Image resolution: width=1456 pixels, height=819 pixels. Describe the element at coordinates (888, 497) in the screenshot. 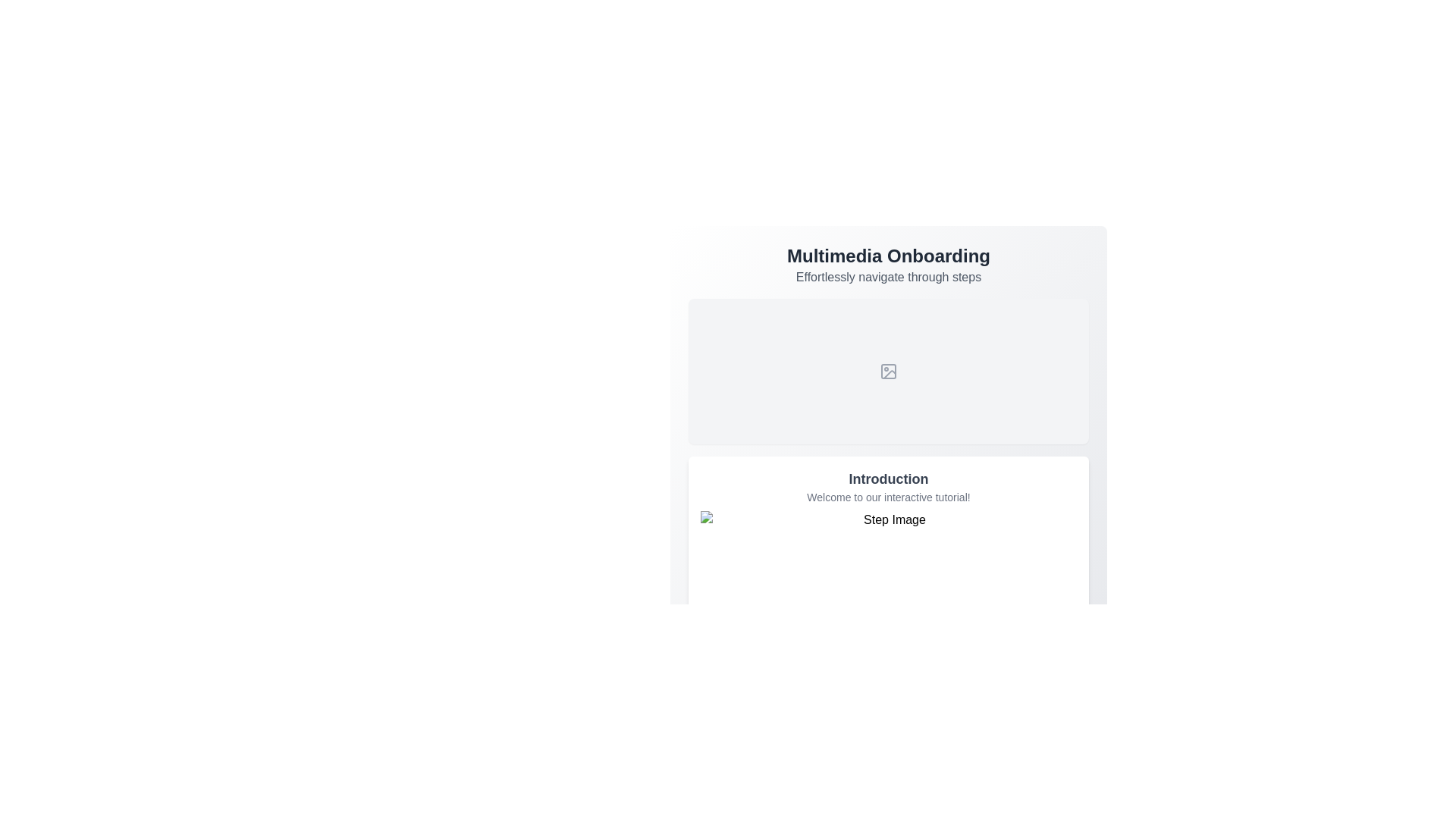

I see `introductory text content located below the 'Introduction' heading and above the 'Step Image', which provides a welcoming message for the interactive tutorial` at that location.